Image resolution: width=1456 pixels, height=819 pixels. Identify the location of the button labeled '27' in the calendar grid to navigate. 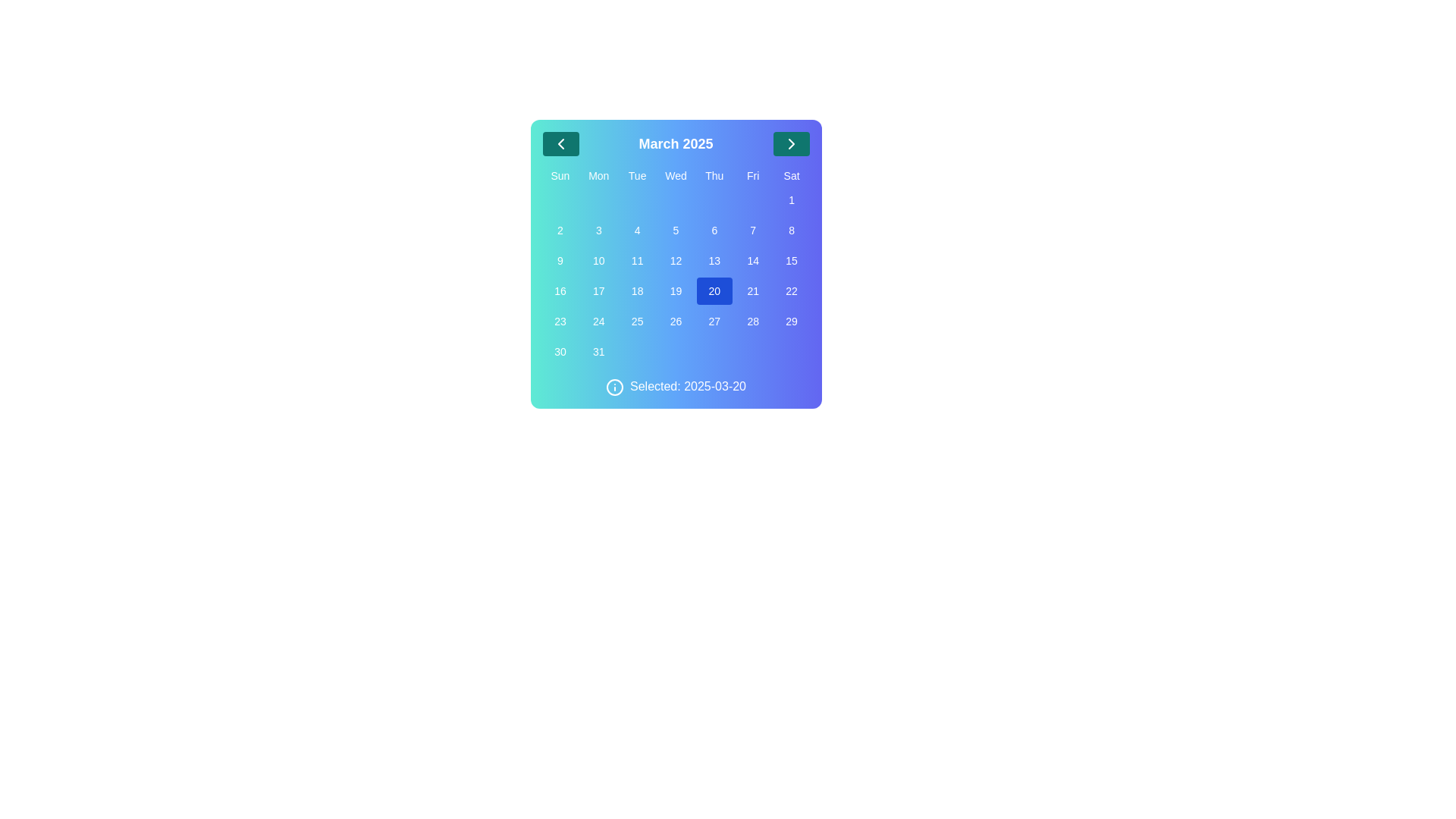
(714, 321).